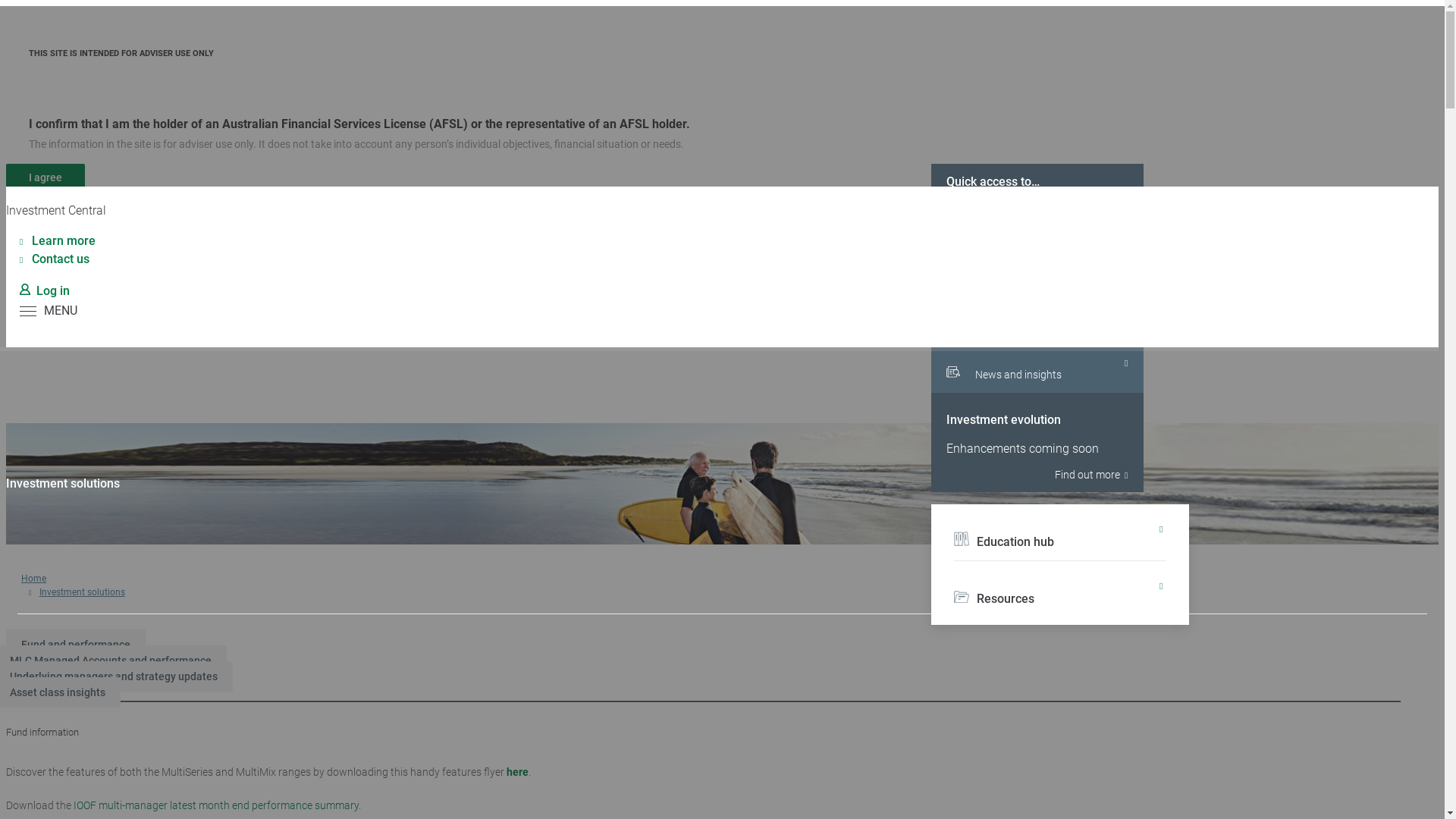 The width and height of the screenshot is (1456, 819). I want to click on 'Investment solutions', so click(81, 591).